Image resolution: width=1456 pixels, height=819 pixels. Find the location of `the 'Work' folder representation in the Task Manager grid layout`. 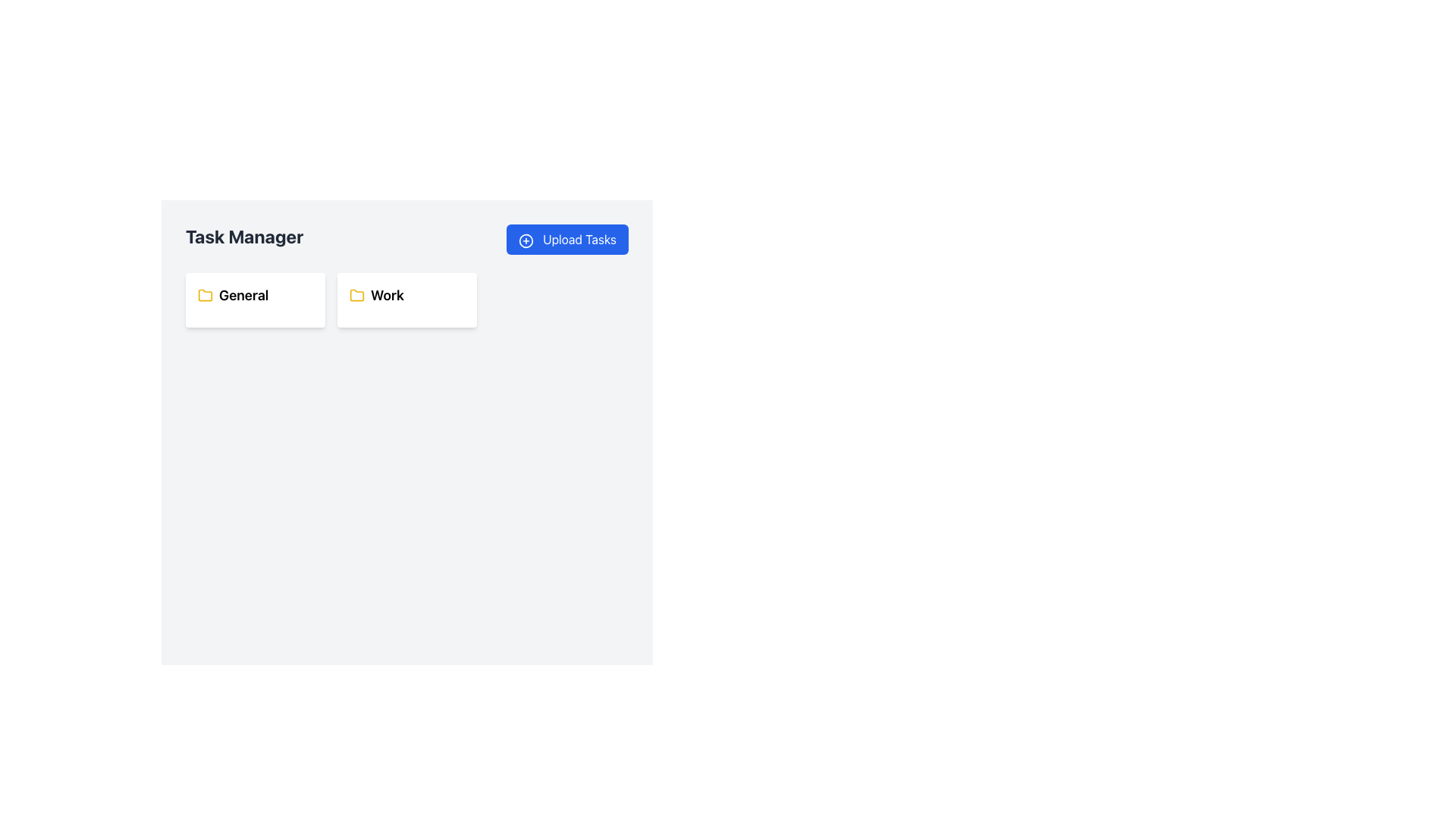

the 'Work' folder representation in the Task Manager grid layout is located at coordinates (407, 300).